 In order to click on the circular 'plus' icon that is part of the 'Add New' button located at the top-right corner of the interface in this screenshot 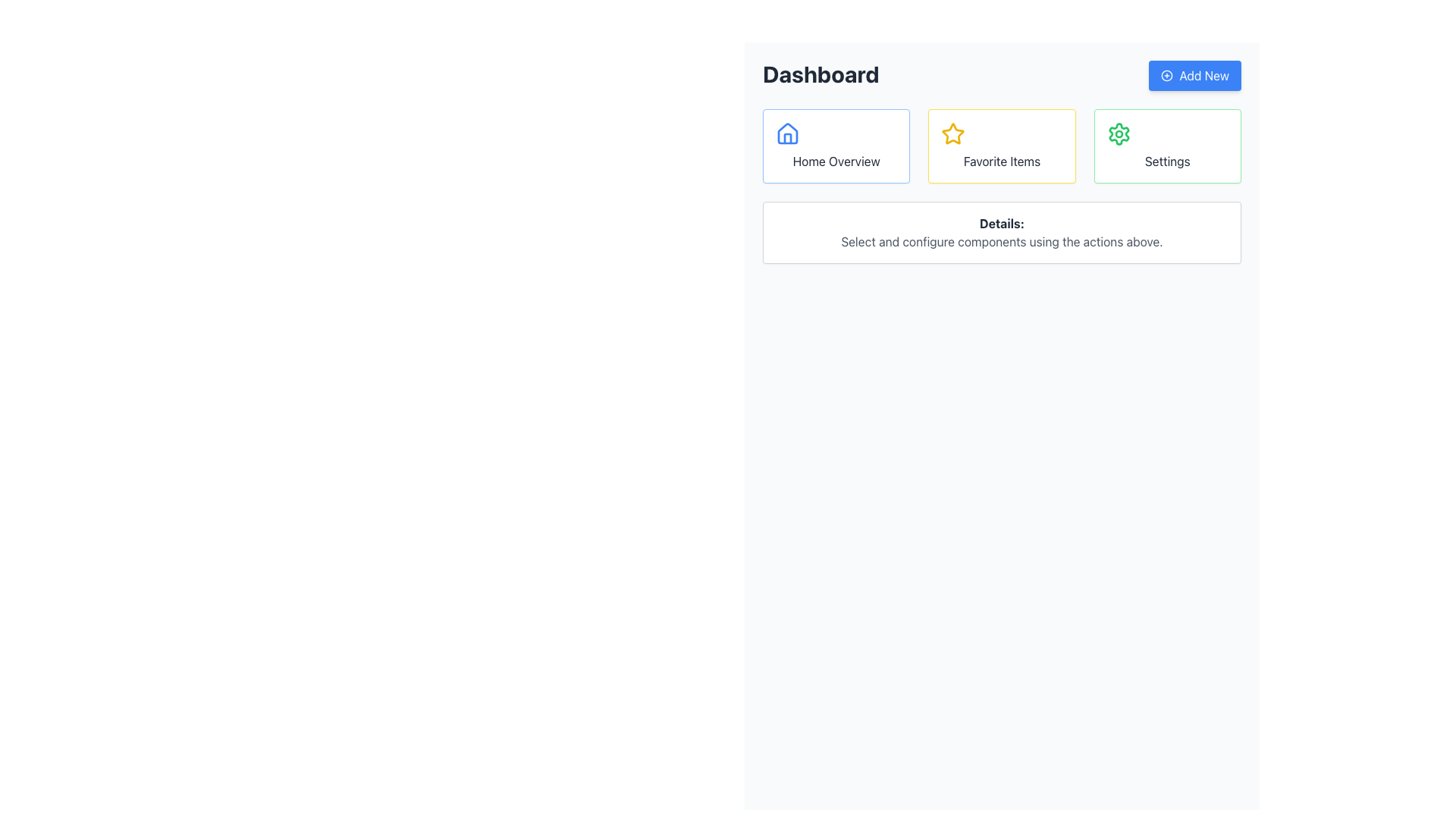, I will do `click(1166, 76)`.